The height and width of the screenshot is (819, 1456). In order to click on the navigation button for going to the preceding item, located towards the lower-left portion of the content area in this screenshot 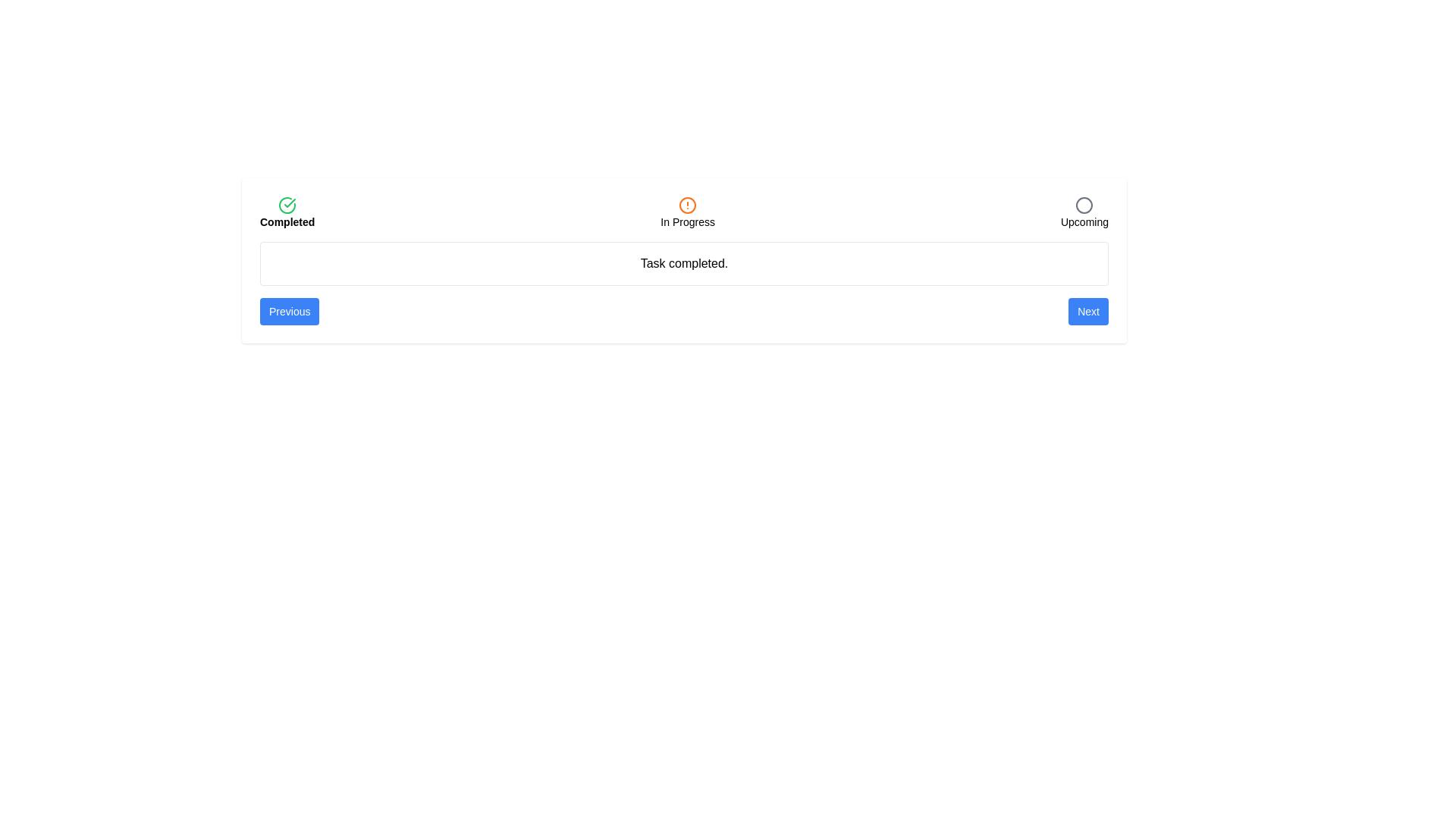, I will do `click(290, 311)`.